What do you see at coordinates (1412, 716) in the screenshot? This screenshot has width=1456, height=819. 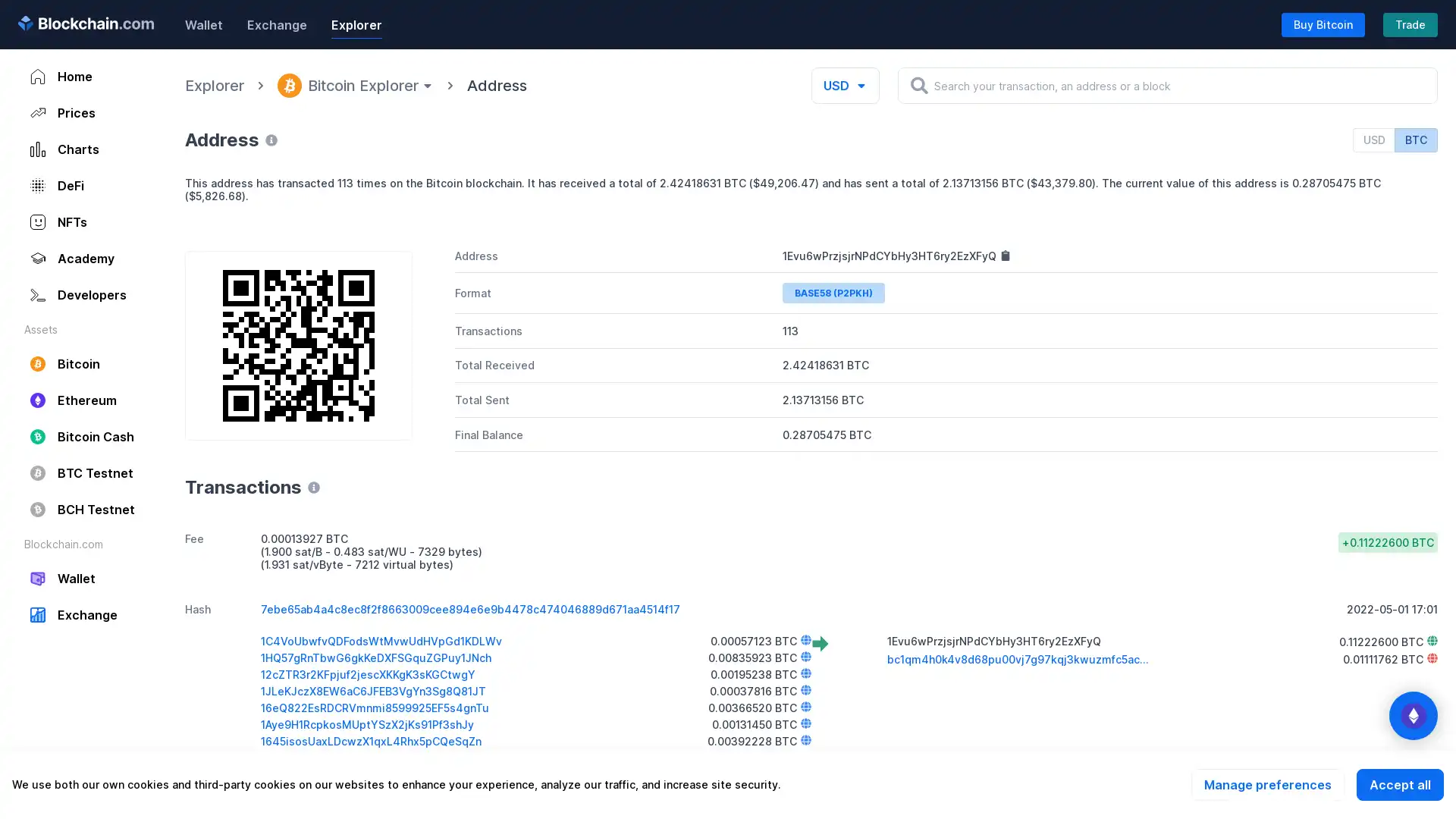 I see `alternating coins` at bounding box center [1412, 716].